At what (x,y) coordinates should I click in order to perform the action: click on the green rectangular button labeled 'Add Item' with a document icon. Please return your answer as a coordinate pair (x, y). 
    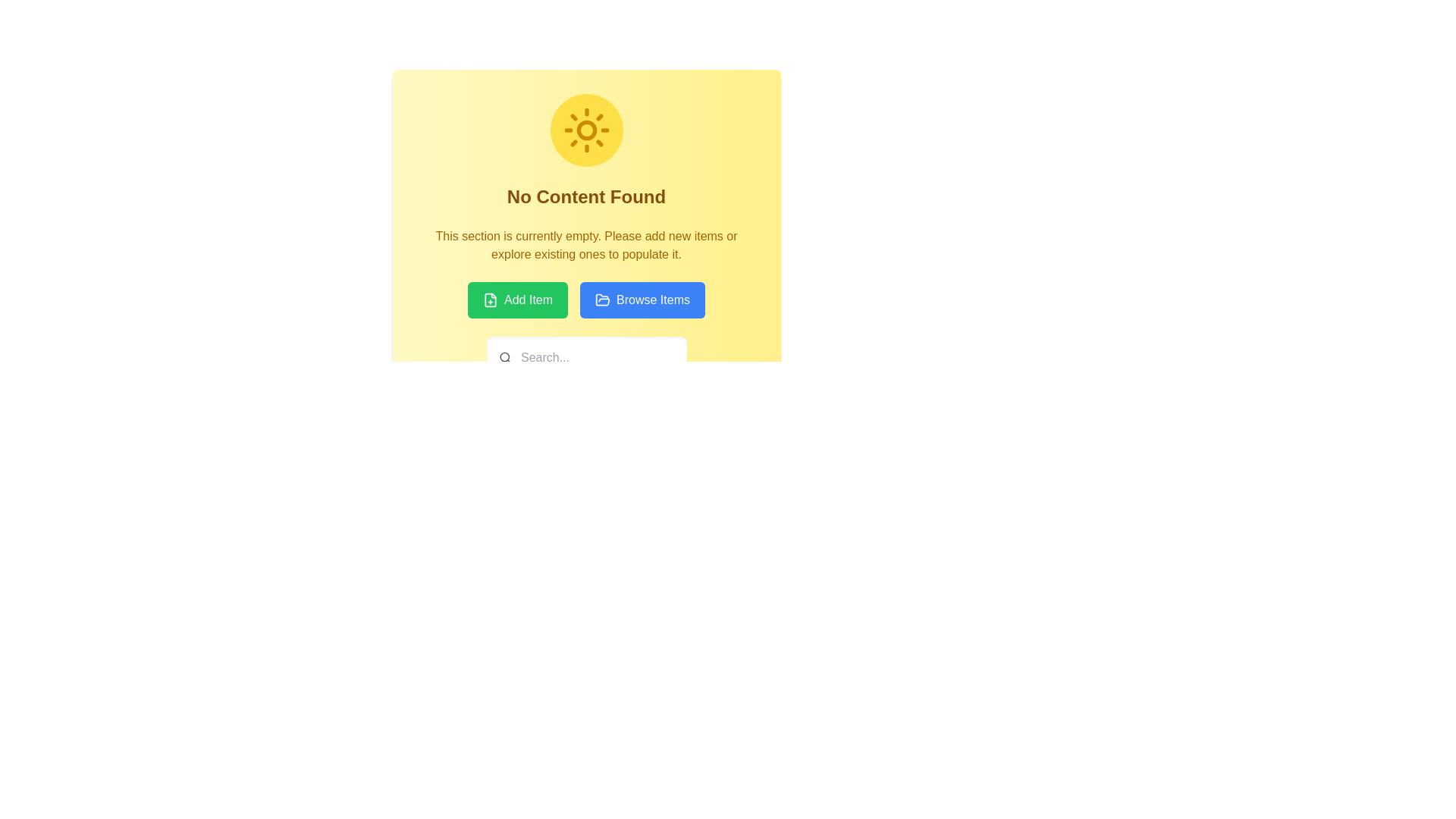
    Looking at the image, I should click on (517, 300).